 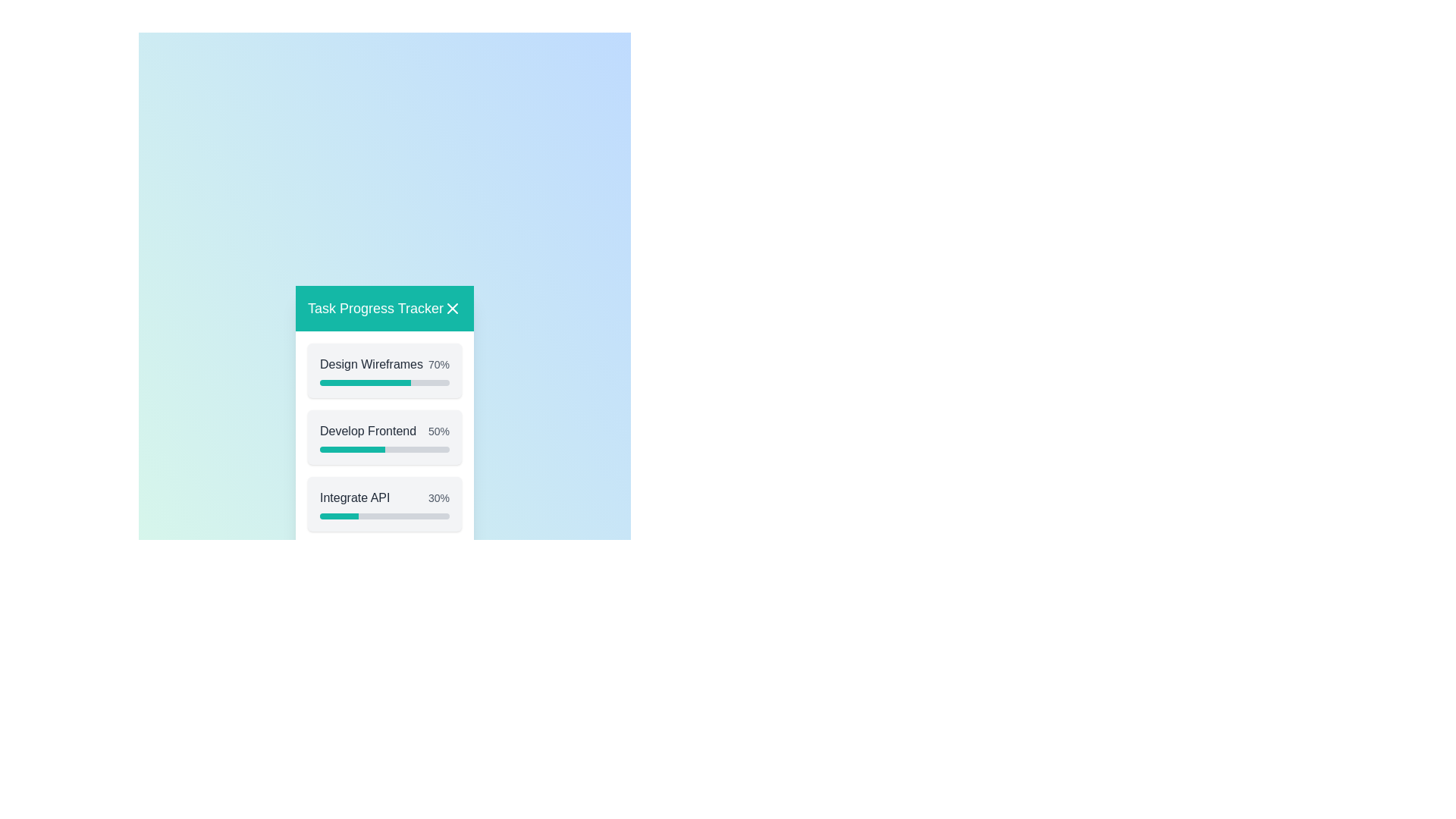 I want to click on the progress bar of the task 'Design Wireframes', so click(x=384, y=381).